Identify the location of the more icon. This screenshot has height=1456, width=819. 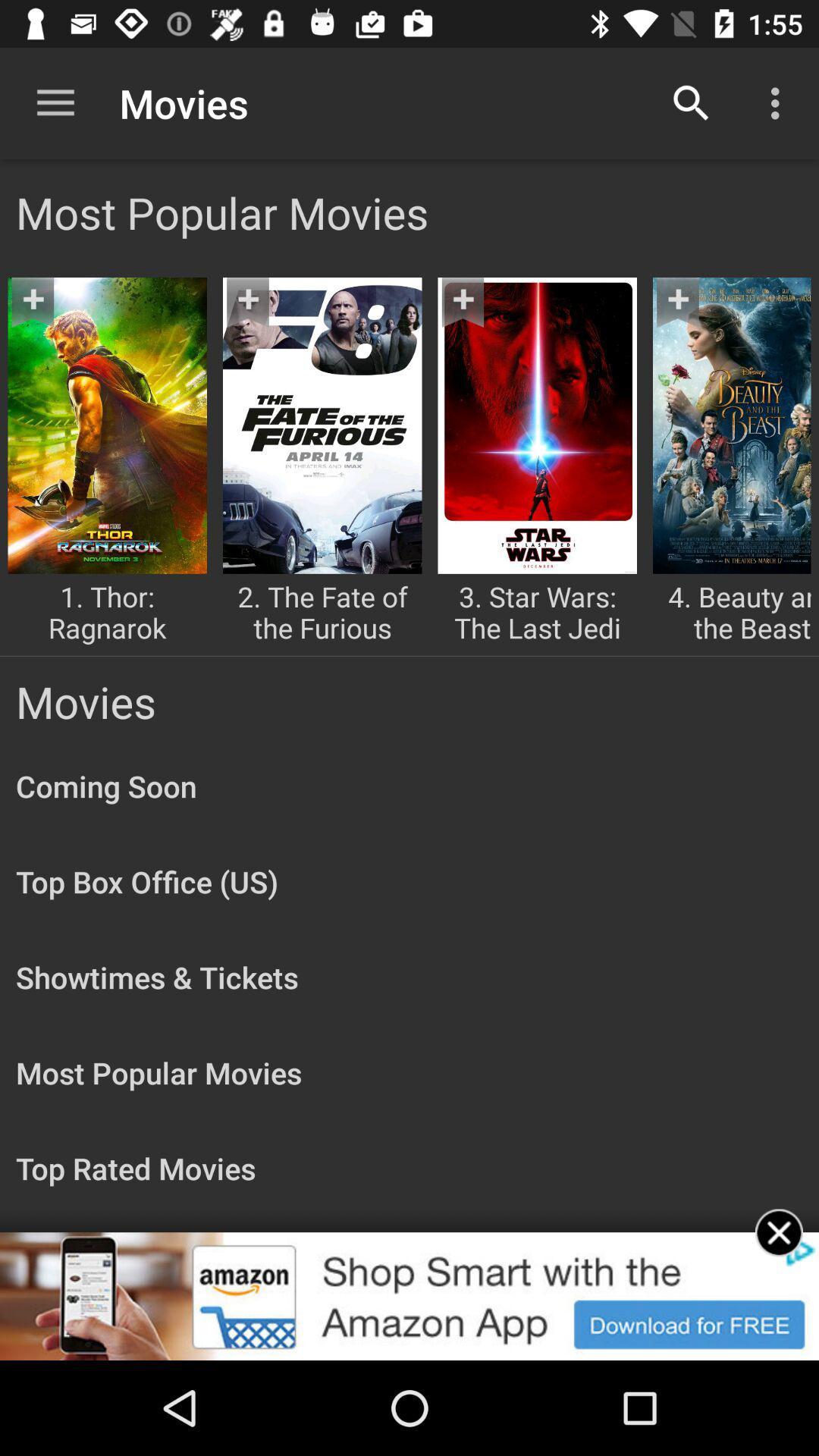
(692, 316).